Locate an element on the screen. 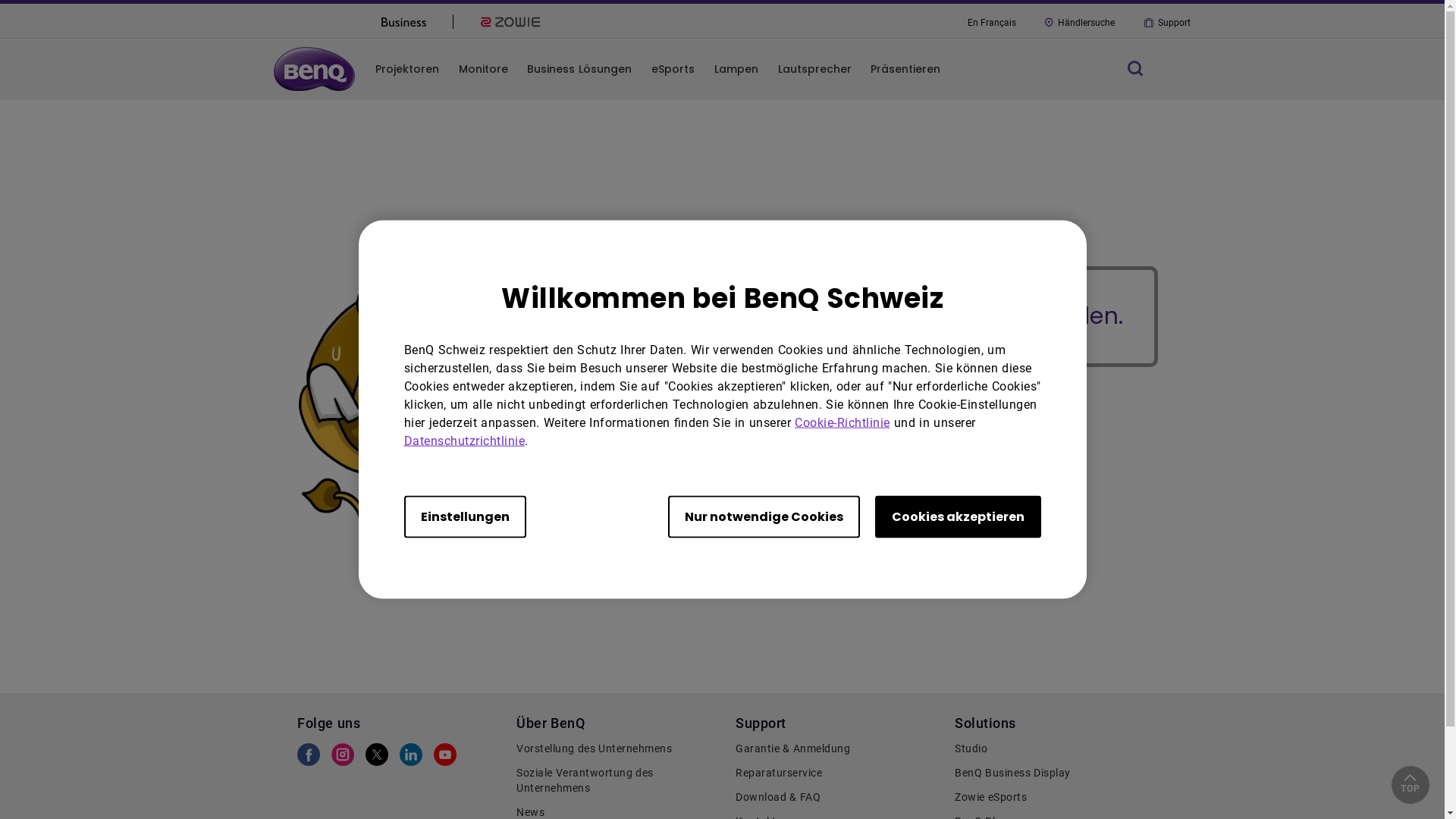 The width and height of the screenshot is (1456, 819). 'Lautsprecher' is located at coordinates (768, 69).